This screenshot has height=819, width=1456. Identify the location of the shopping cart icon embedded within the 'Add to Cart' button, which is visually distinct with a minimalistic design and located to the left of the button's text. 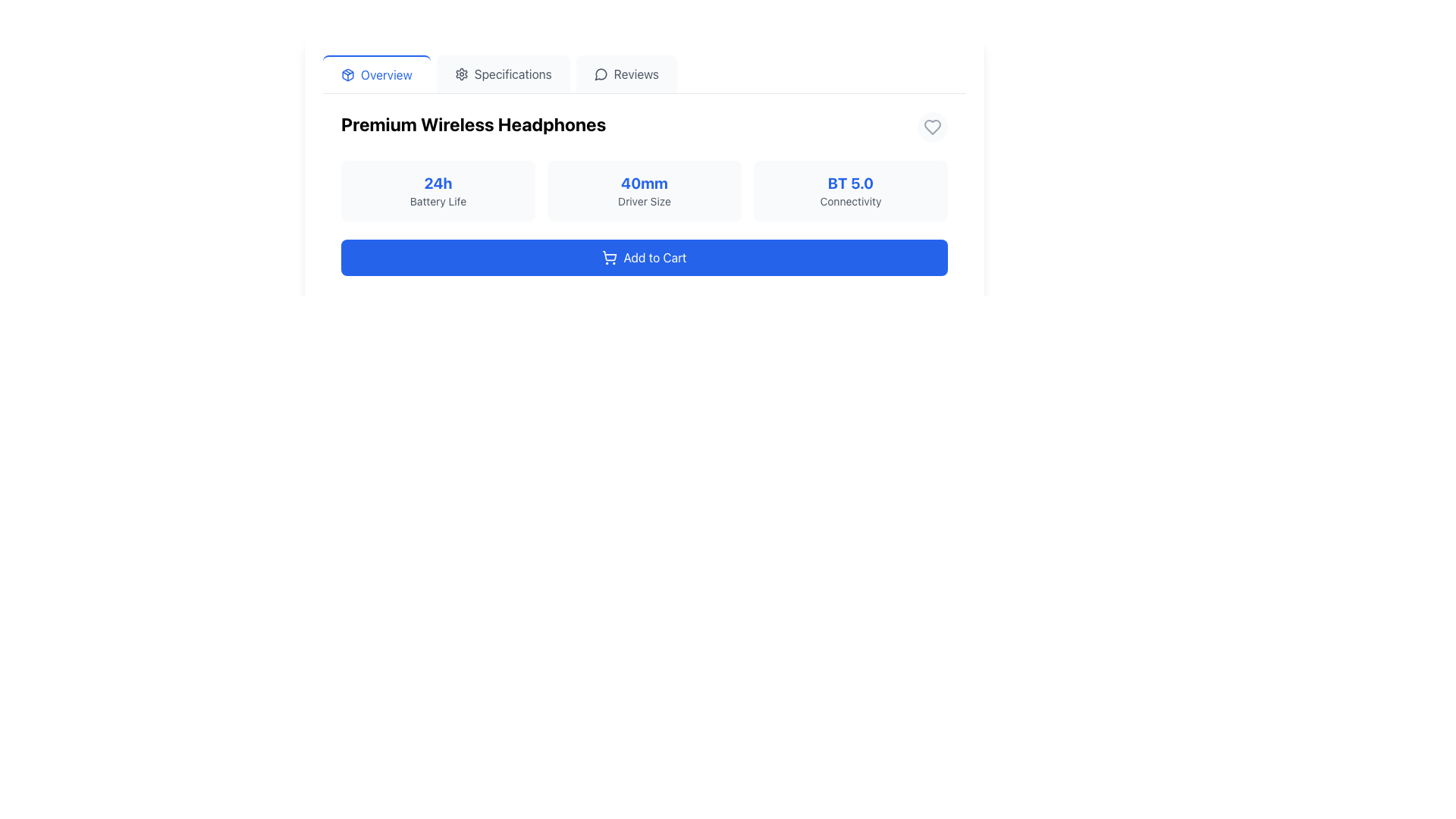
(610, 256).